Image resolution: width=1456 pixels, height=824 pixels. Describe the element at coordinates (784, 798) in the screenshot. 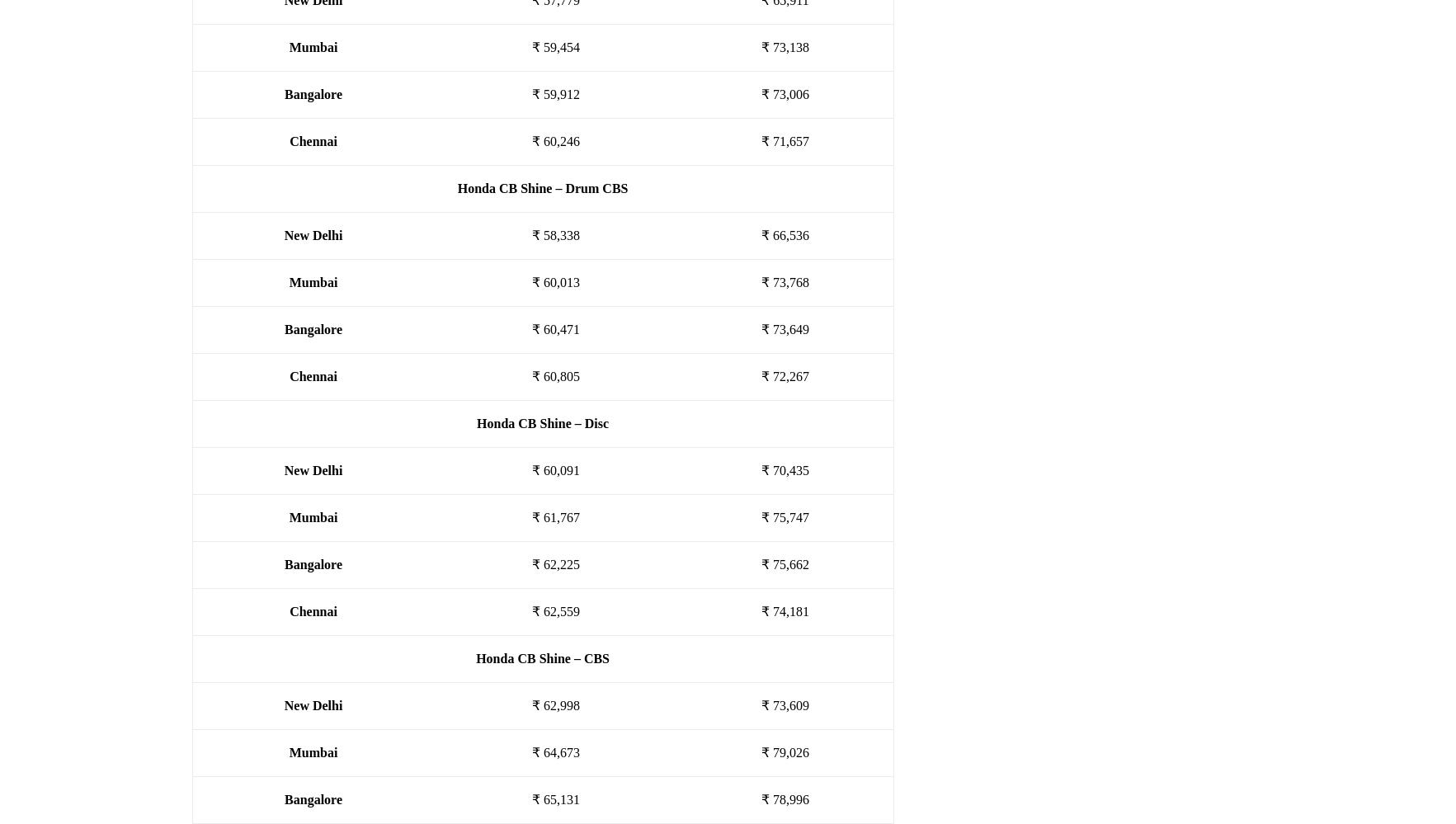

I see `'₹ 78,996'` at that location.